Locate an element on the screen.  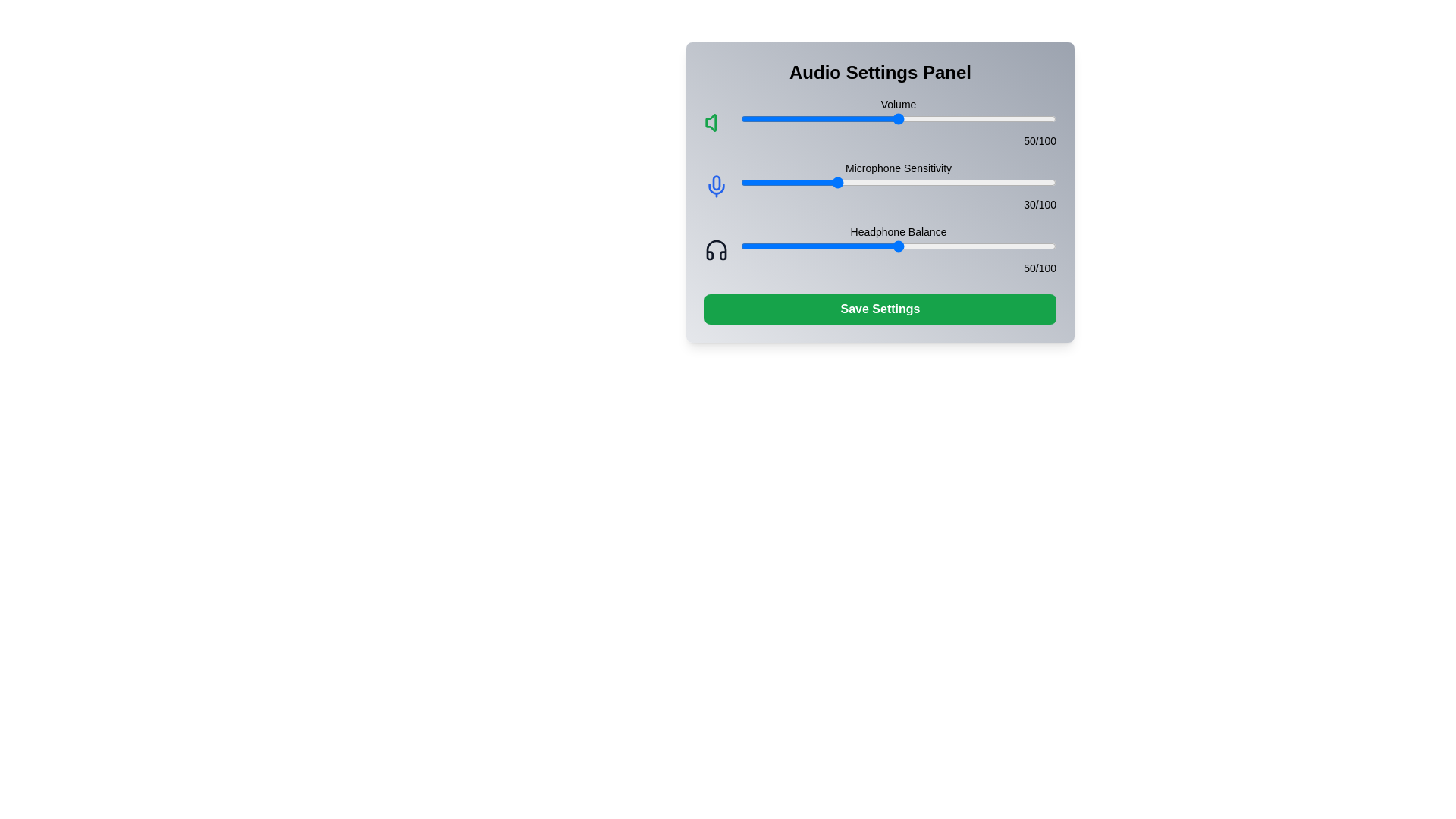
microphone sensitivity is located at coordinates (981, 181).